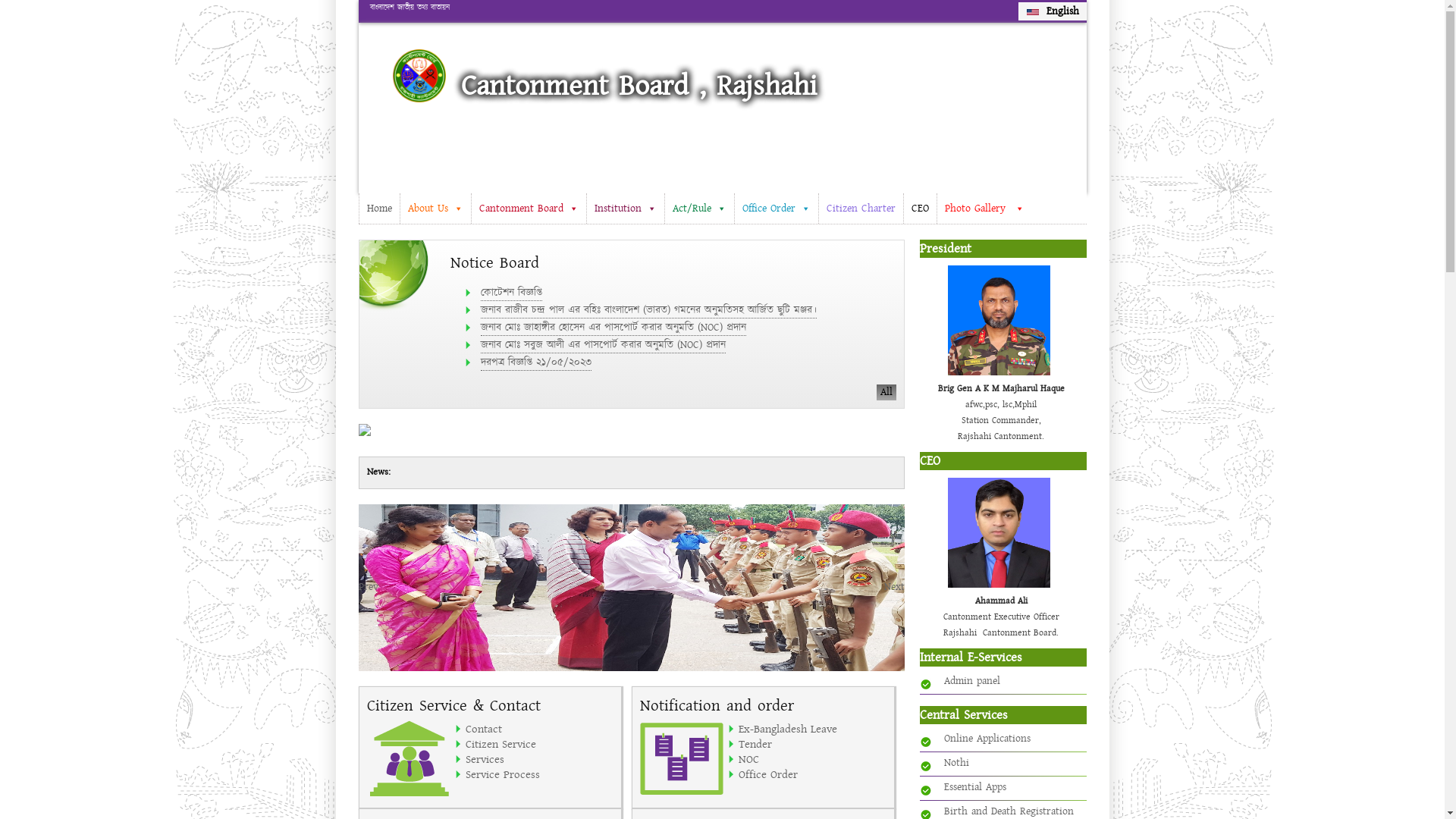 This screenshot has width=1456, height=819. What do you see at coordinates (811, 742) in the screenshot?
I see `'Tender'` at bounding box center [811, 742].